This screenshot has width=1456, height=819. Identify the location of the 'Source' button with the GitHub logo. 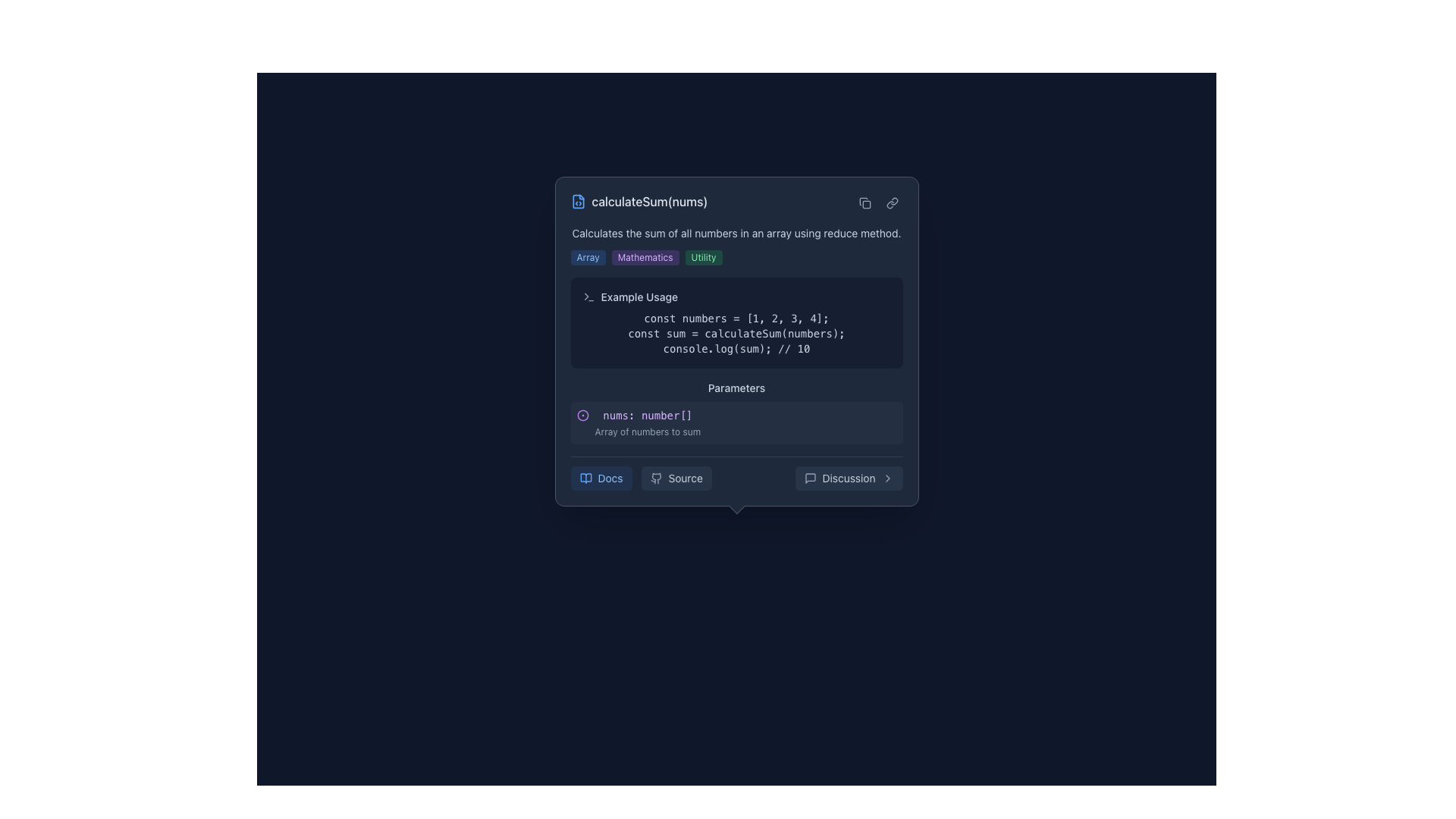
(736, 482).